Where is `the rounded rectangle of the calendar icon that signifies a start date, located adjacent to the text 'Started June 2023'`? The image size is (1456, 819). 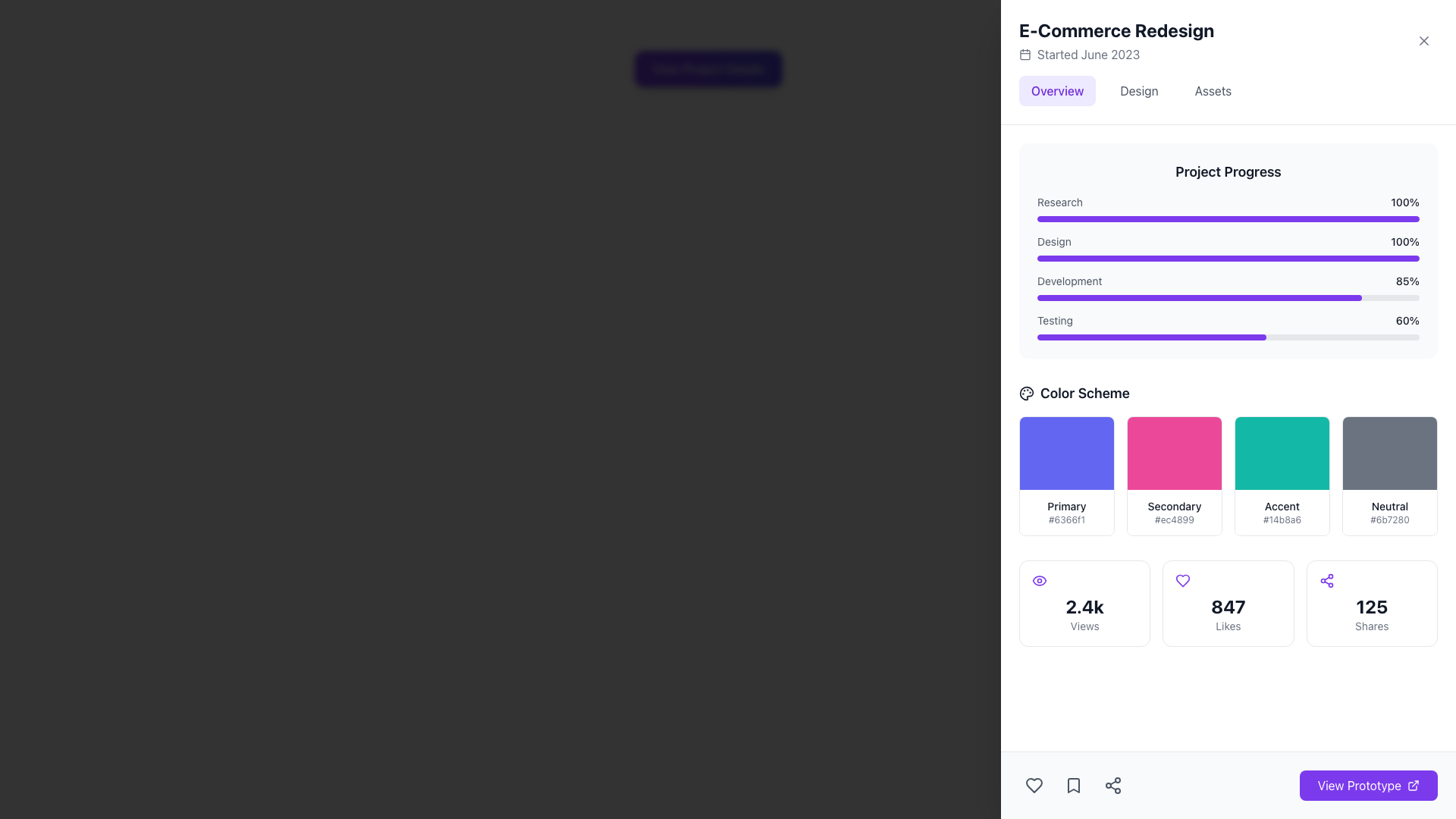
the rounded rectangle of the calendar icon that signifies a start date, located adjacent to the text 'Started June 2023' is located at coordinates (1025, 54).